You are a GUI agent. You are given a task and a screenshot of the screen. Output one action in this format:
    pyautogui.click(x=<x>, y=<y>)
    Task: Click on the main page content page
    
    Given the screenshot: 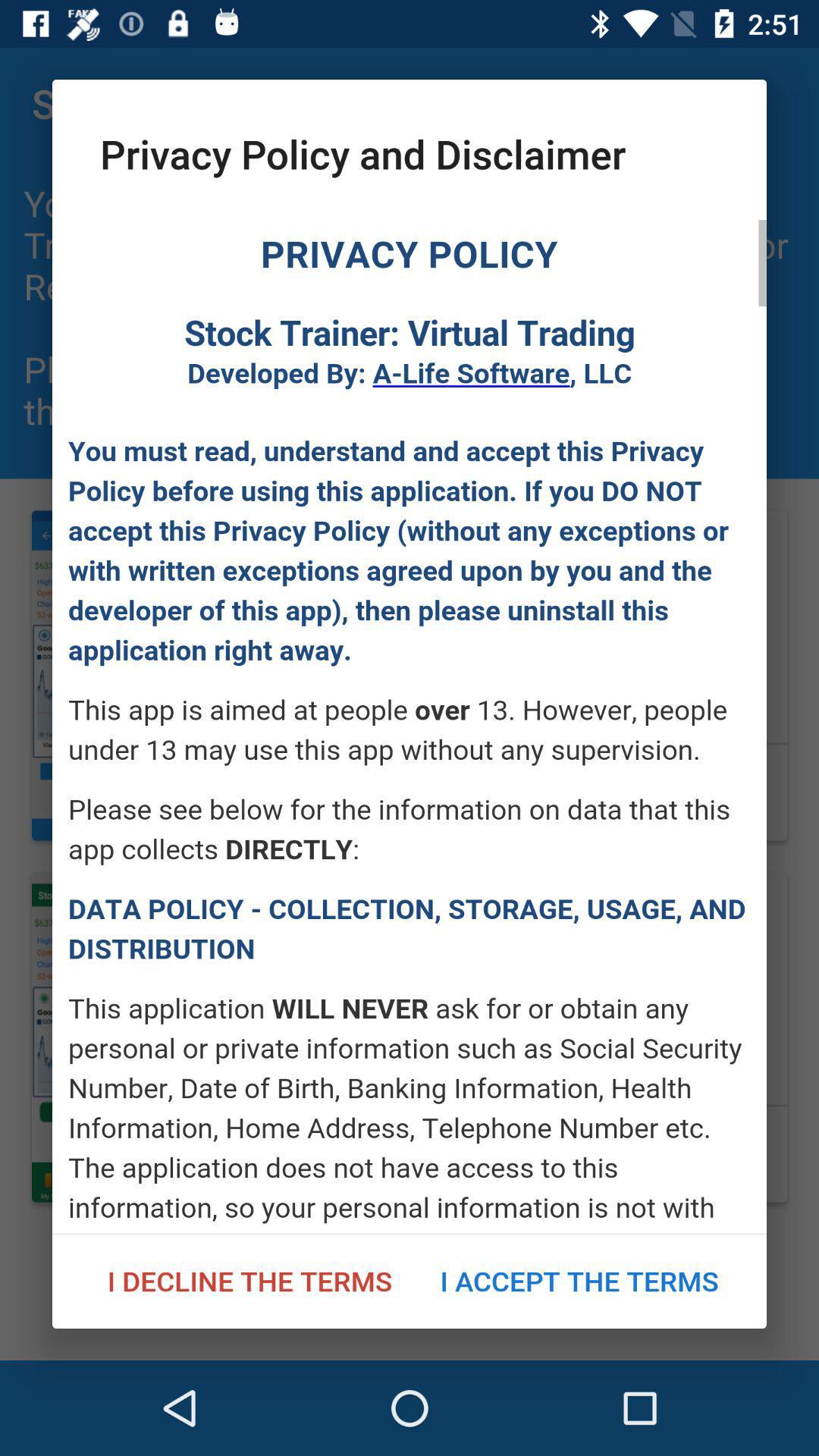 What is the action you would take?
    pyautogui.click(x=409, y=726)
    